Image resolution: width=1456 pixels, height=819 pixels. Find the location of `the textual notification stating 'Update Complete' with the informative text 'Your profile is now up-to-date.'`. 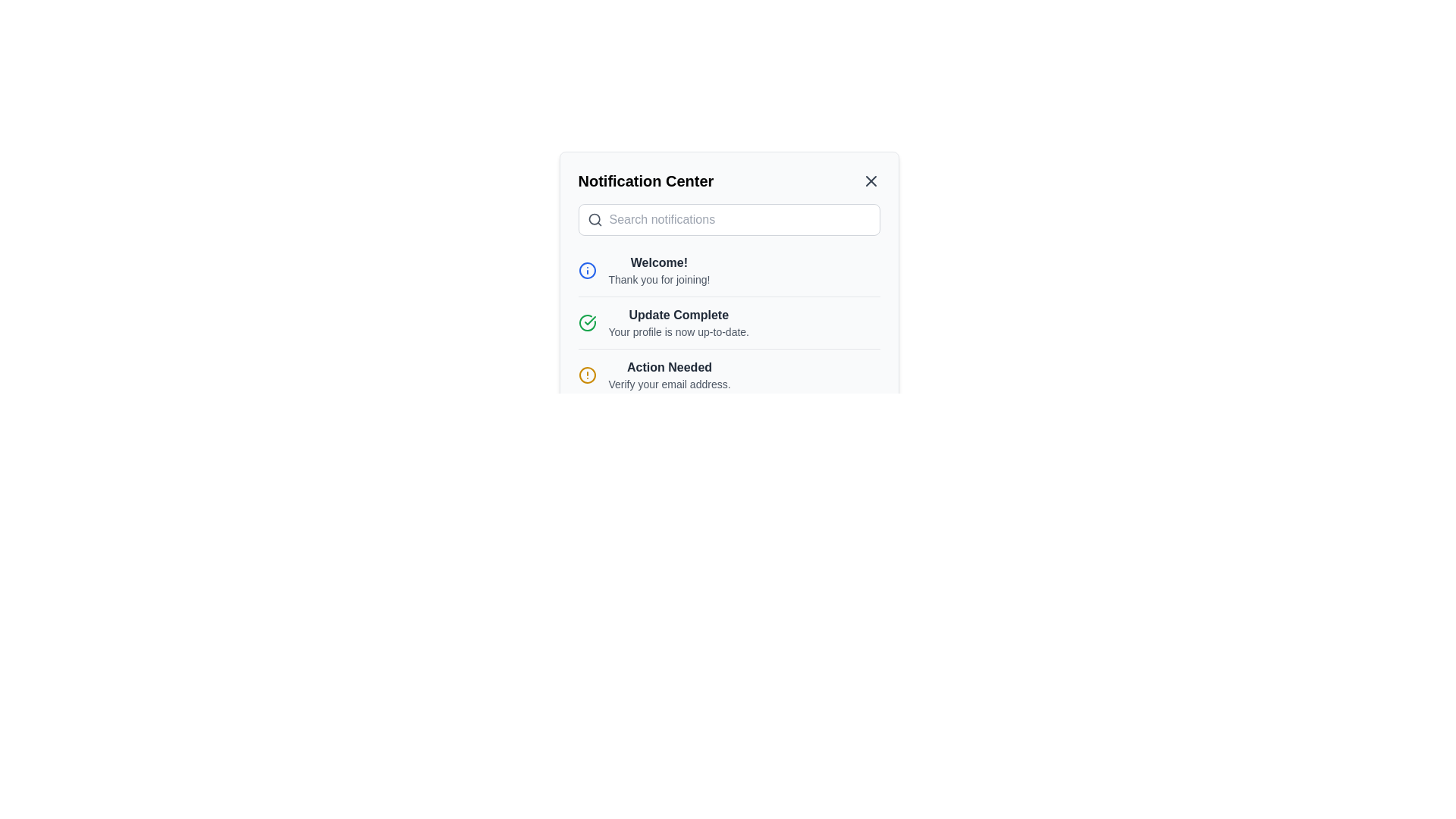

the textual notification stating 'Update Complete' with the informative text 'Your profile is now up-to-date.' is located at coordinates (678, 322).